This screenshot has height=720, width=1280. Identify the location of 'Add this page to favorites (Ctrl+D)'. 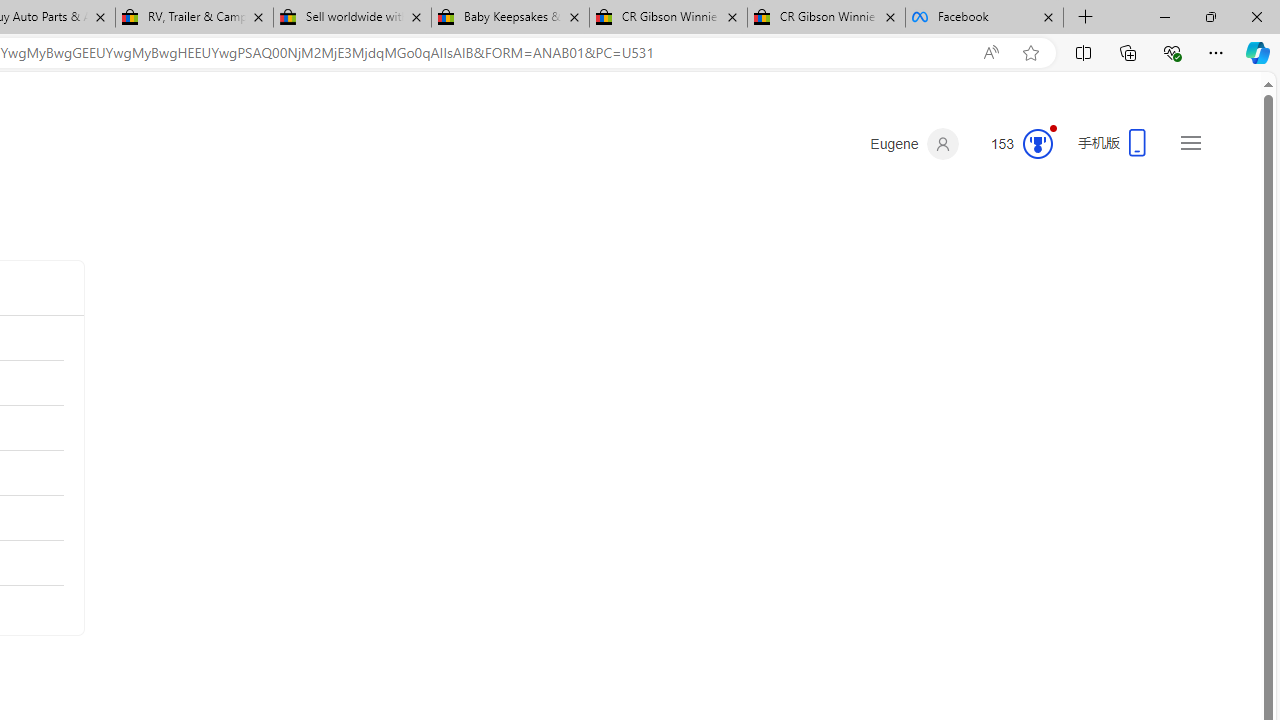
(1031, 52).